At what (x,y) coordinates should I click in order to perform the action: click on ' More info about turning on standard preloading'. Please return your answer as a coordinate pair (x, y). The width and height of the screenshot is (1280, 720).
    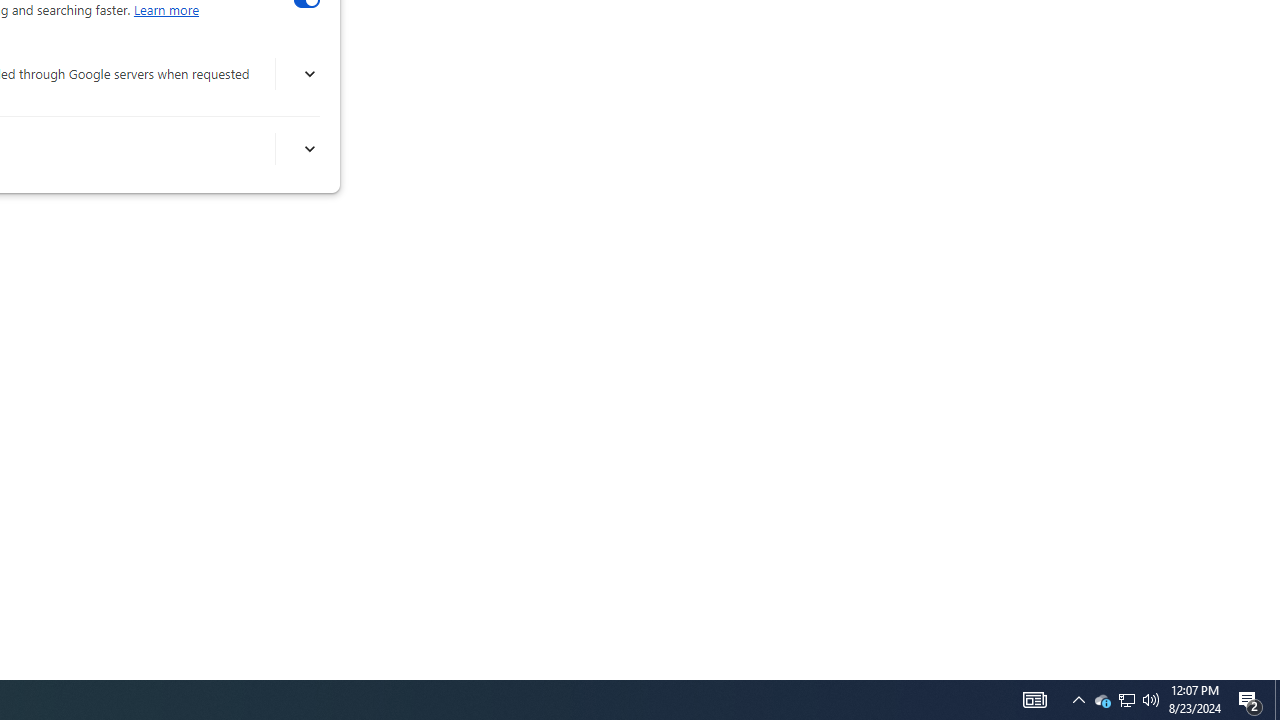
    Looking at the image, I should click on (308, 148).